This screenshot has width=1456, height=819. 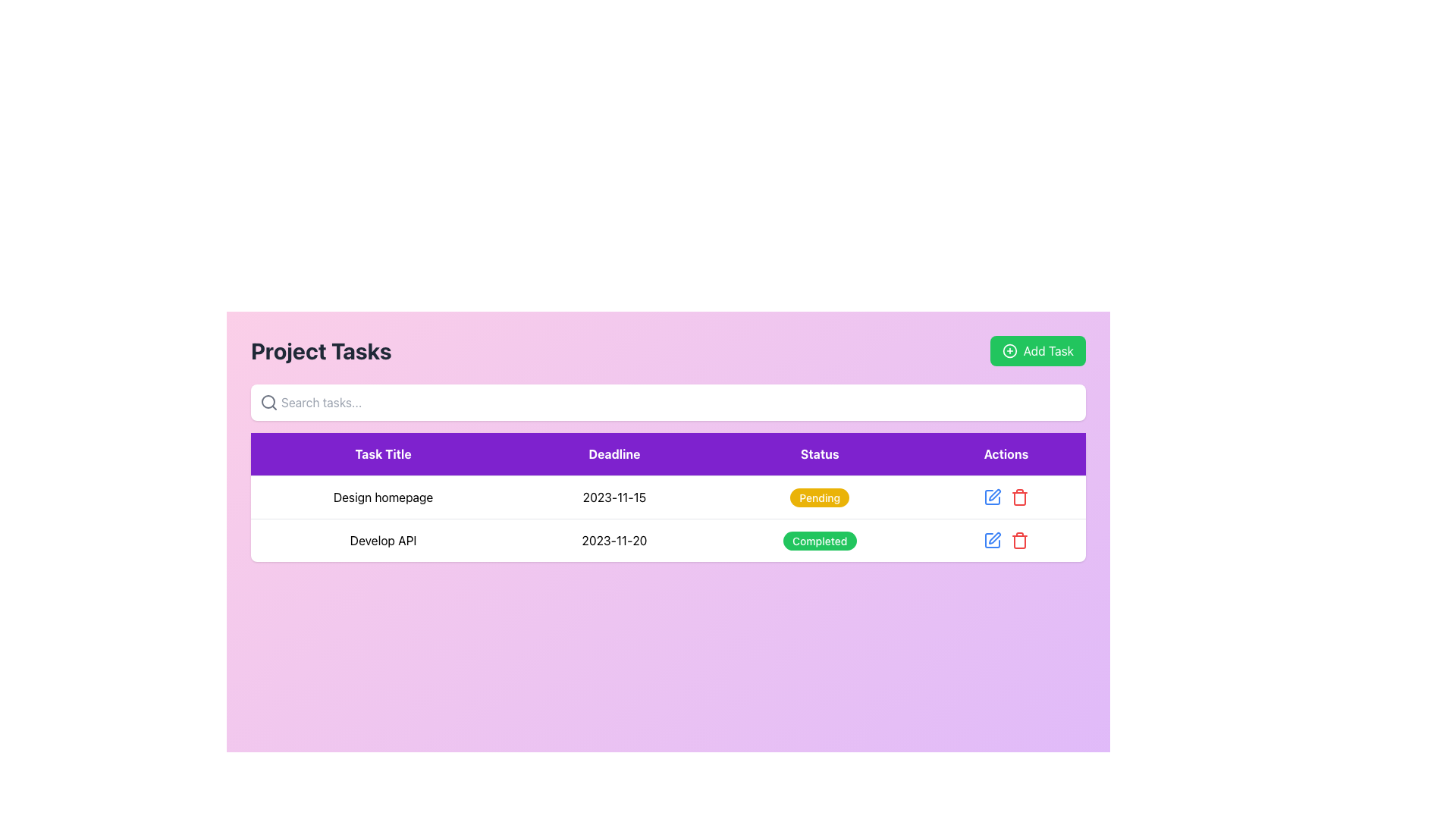 I want to click on the plus icon within the 'Add Task' button to initiate the task addition action, so click(x=1009, y=350).